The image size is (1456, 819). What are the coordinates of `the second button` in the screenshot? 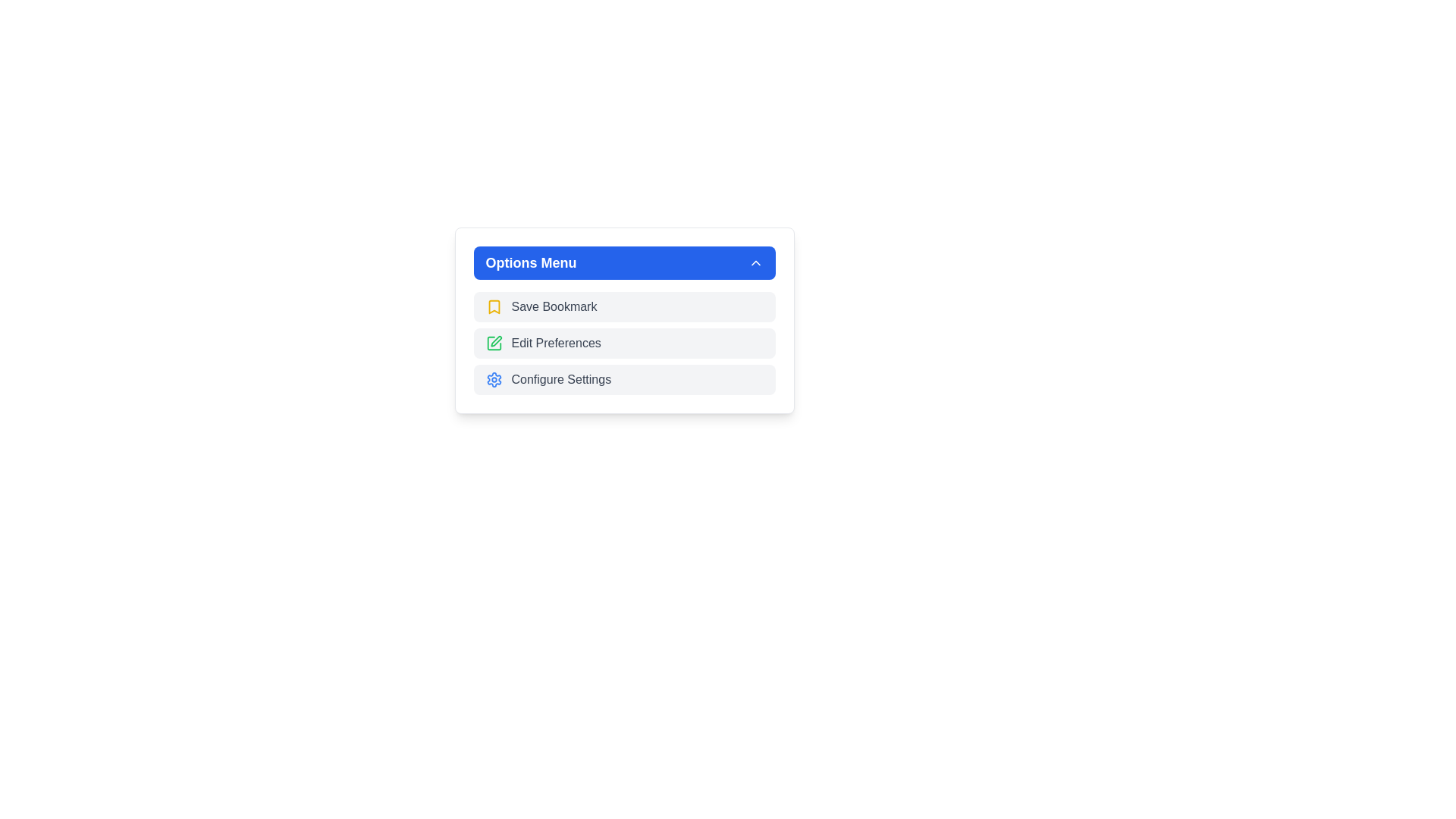 It's located at (624, 343).